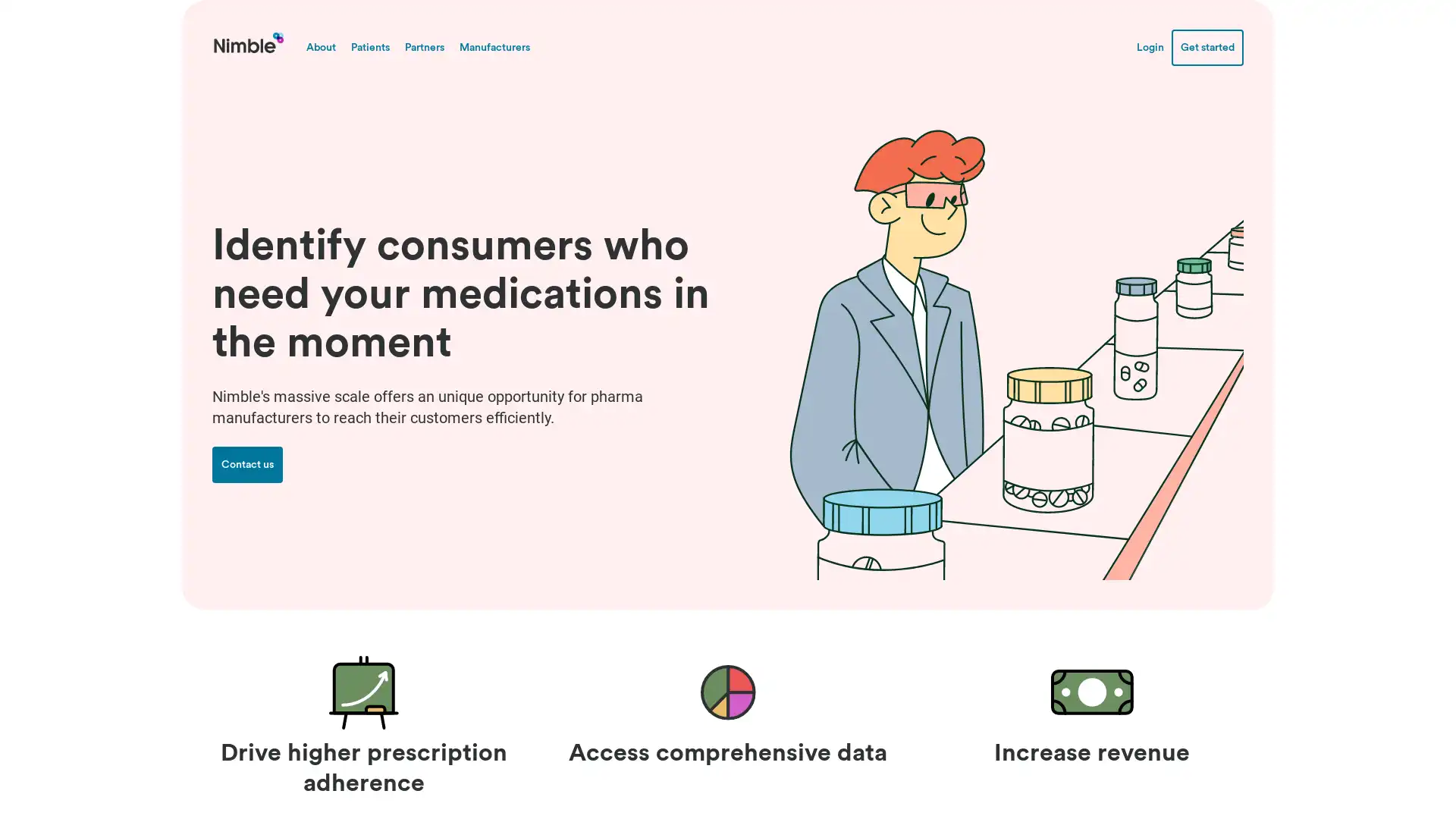  I want to click on Get started, so click(1207, 45).